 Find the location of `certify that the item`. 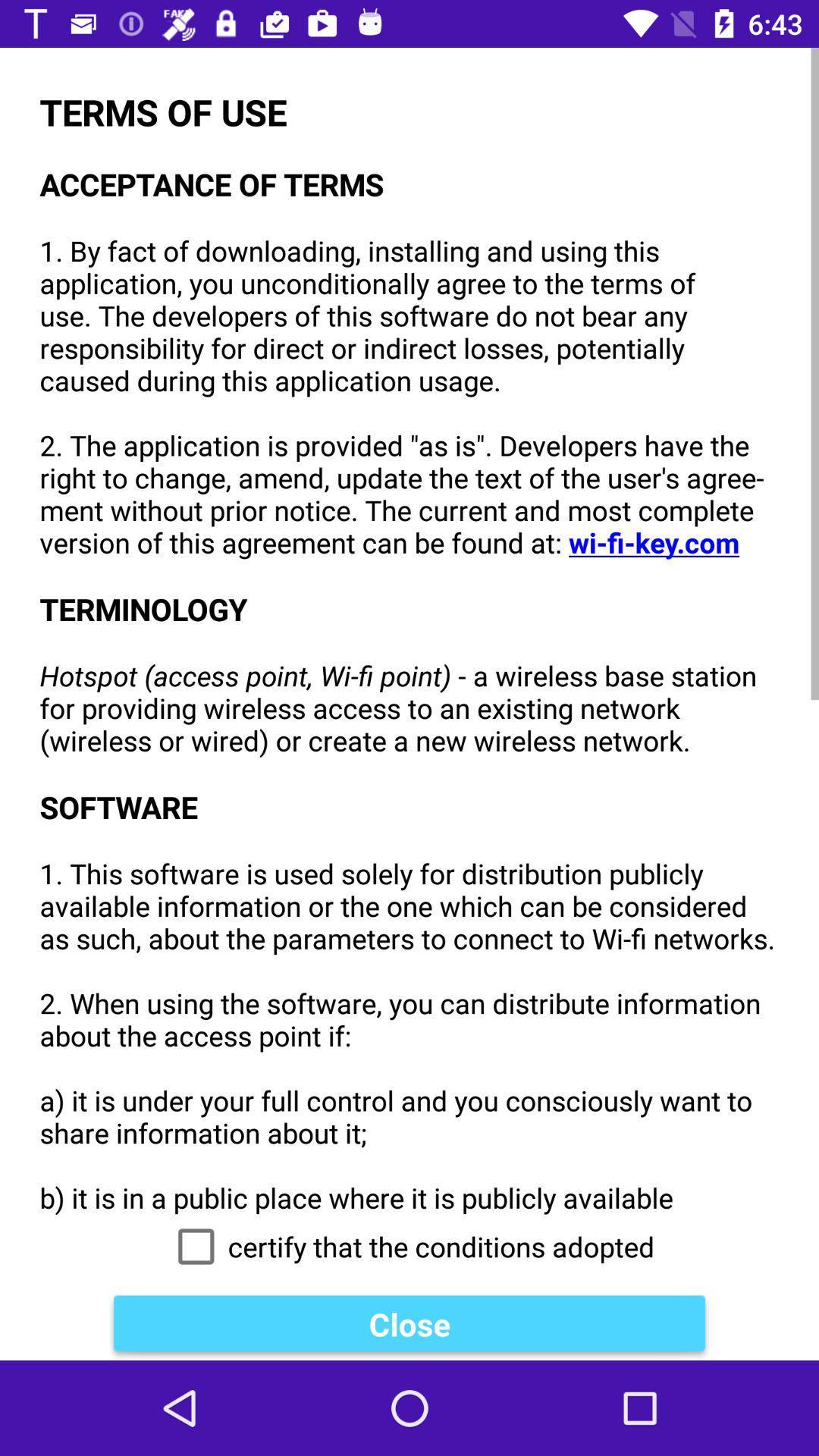

certify that the item is located at coordinates (409, 1247).